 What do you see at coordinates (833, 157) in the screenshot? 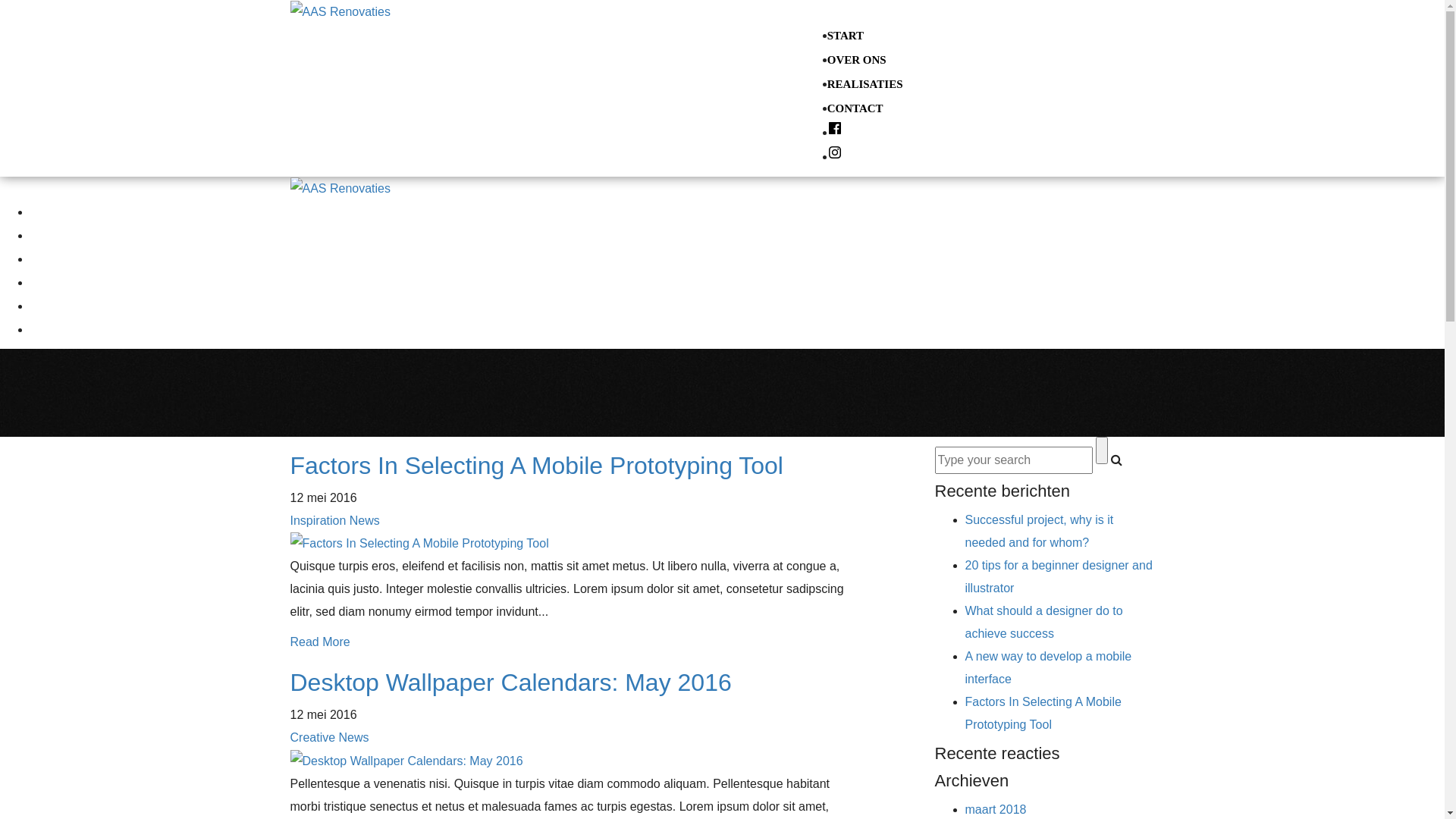
I see `'title="Instagram"'` at bounding box center [833, 157].